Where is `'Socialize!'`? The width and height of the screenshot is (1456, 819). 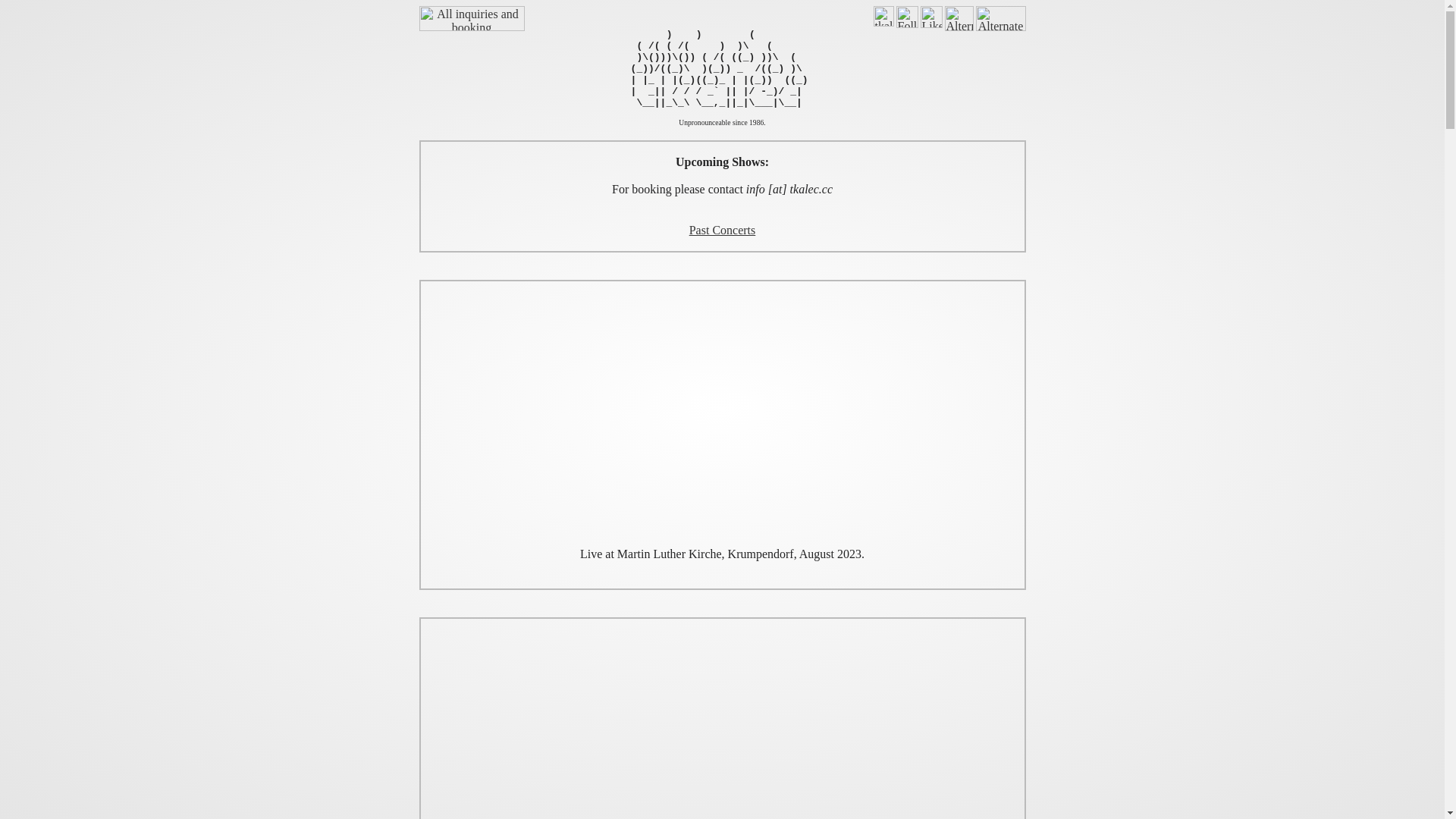 'Socialize!' is located at coordinates (930, 17).